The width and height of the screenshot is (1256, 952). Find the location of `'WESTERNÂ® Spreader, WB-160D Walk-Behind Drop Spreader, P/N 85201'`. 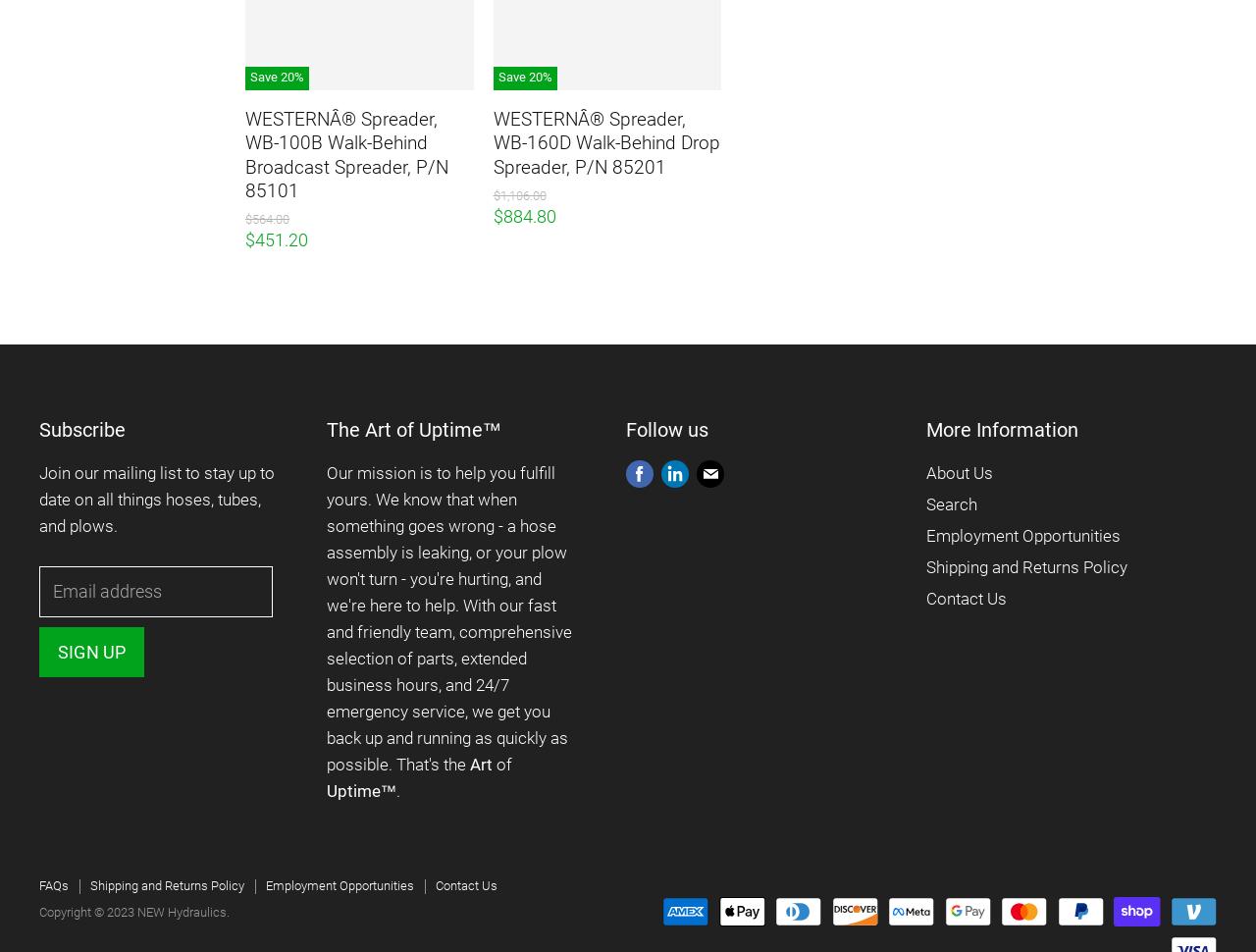

'WESTERNÂ® Spreader, WB-160D Walk-Behind Drop Spreader, P/N 85201' is located at coordinates (604, 142).